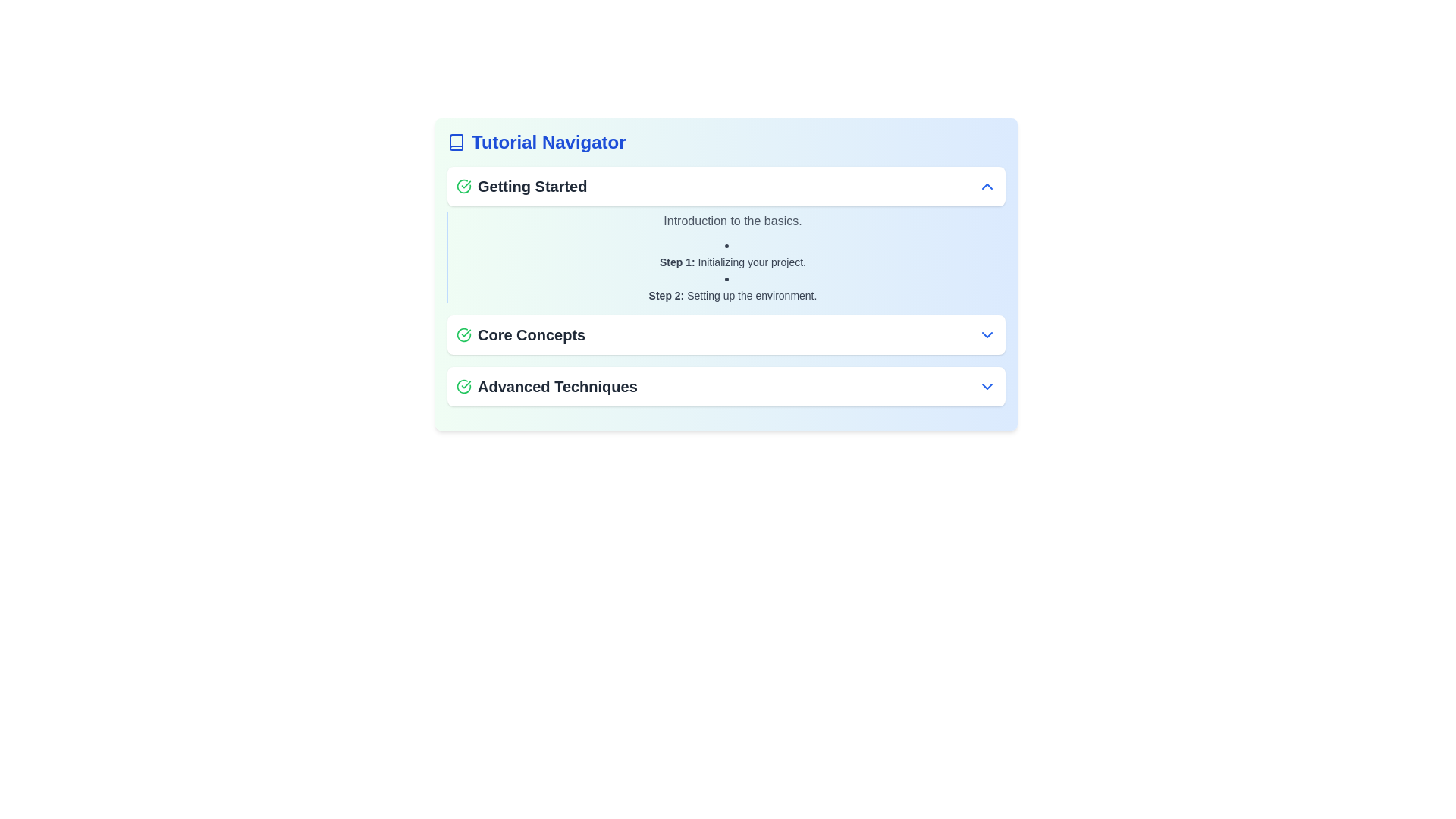  What do you see at coordinates (987, 334) in the screenshot?
I see `the downward-pointing blue chevron dropdown toggle located beside the text 'Core Concepts'` at bounding box center [987, 334].